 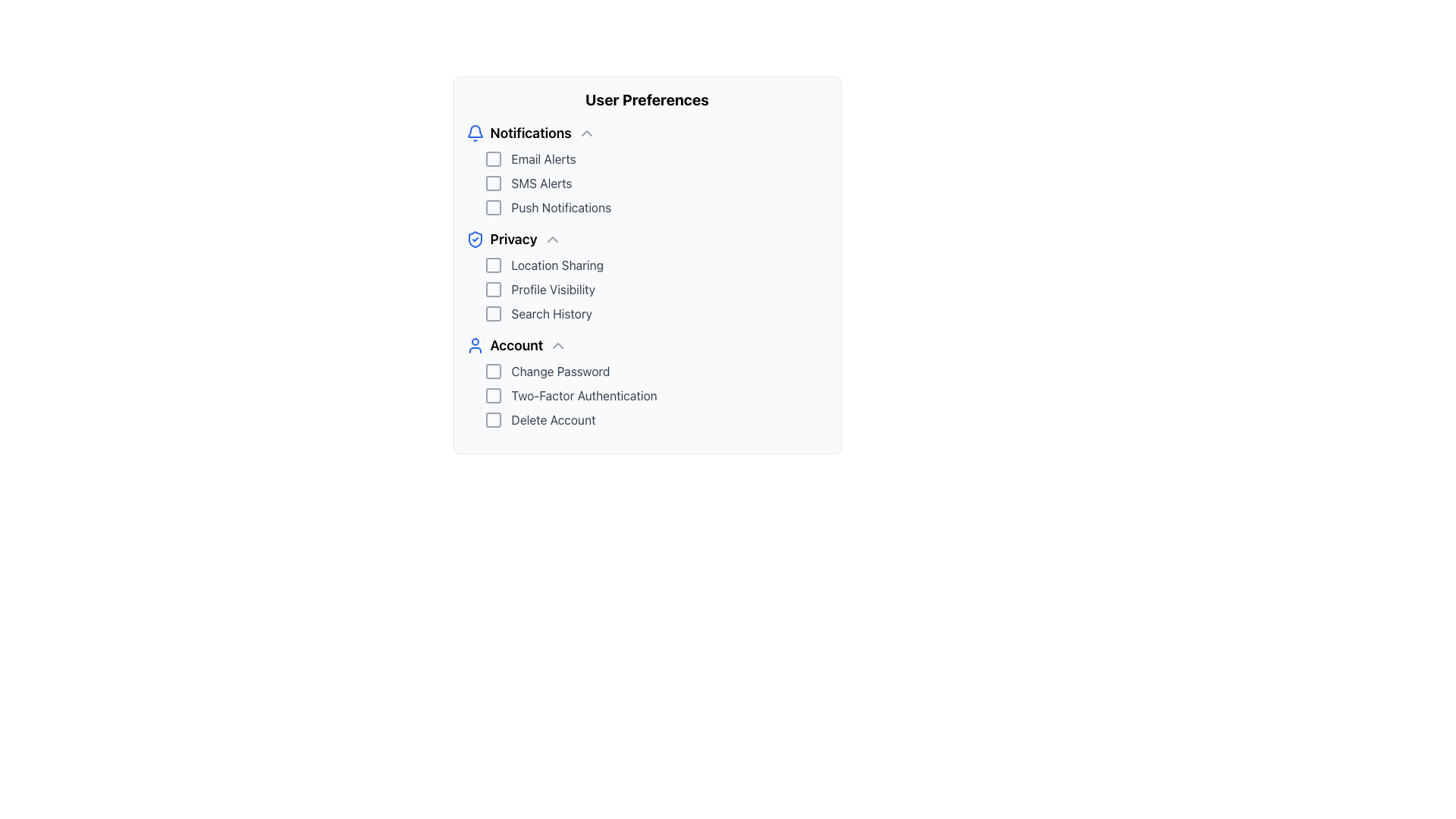 I want to click on the 'User Preferences' label located at the top of the settings card, so click(x=647, y=99).